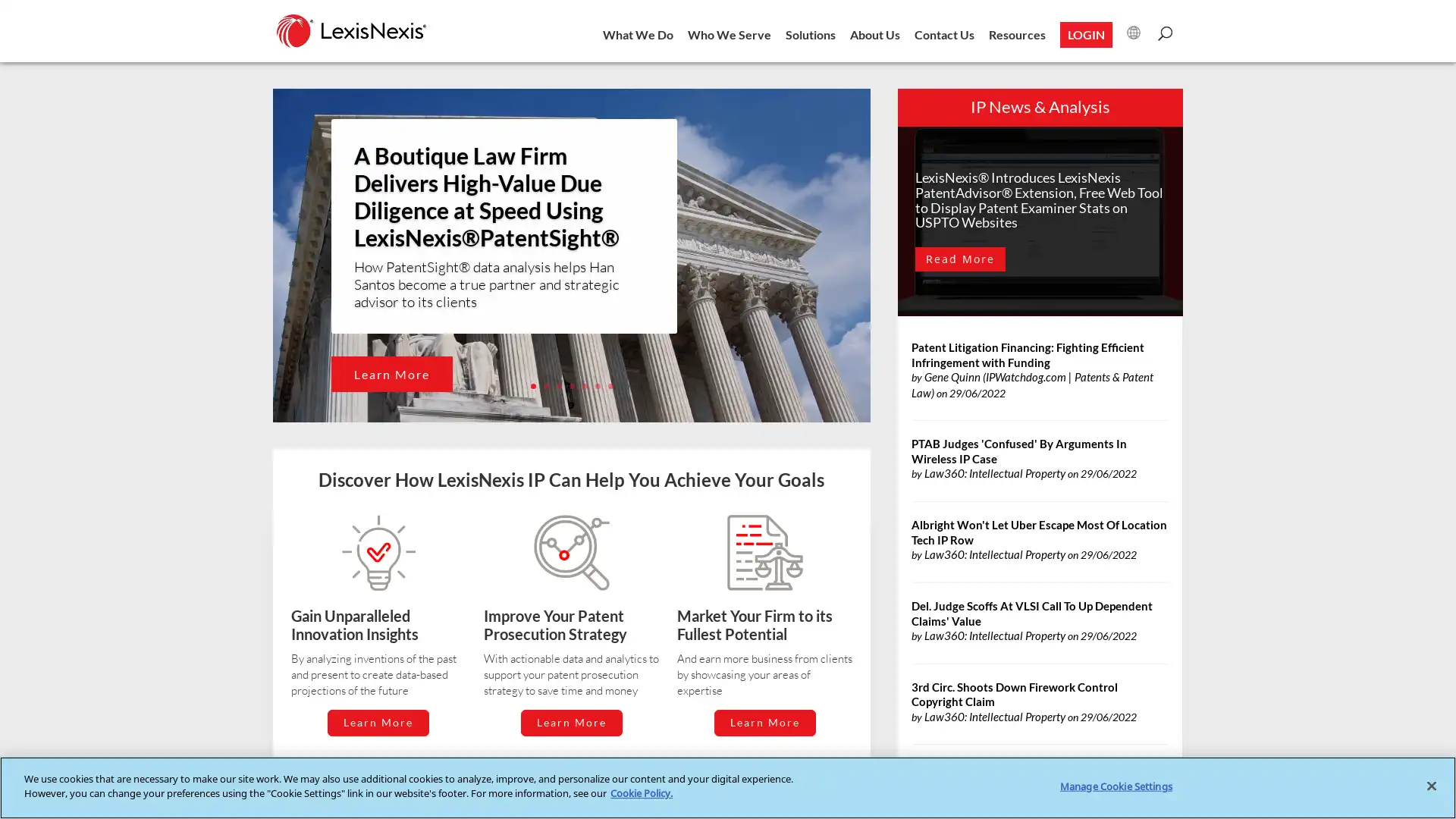 This screenshot has width=1456, height=819. Describe the element at coordinates (1115, 786) in the screenshot. I see `Manage Cookie Settings` at that location.